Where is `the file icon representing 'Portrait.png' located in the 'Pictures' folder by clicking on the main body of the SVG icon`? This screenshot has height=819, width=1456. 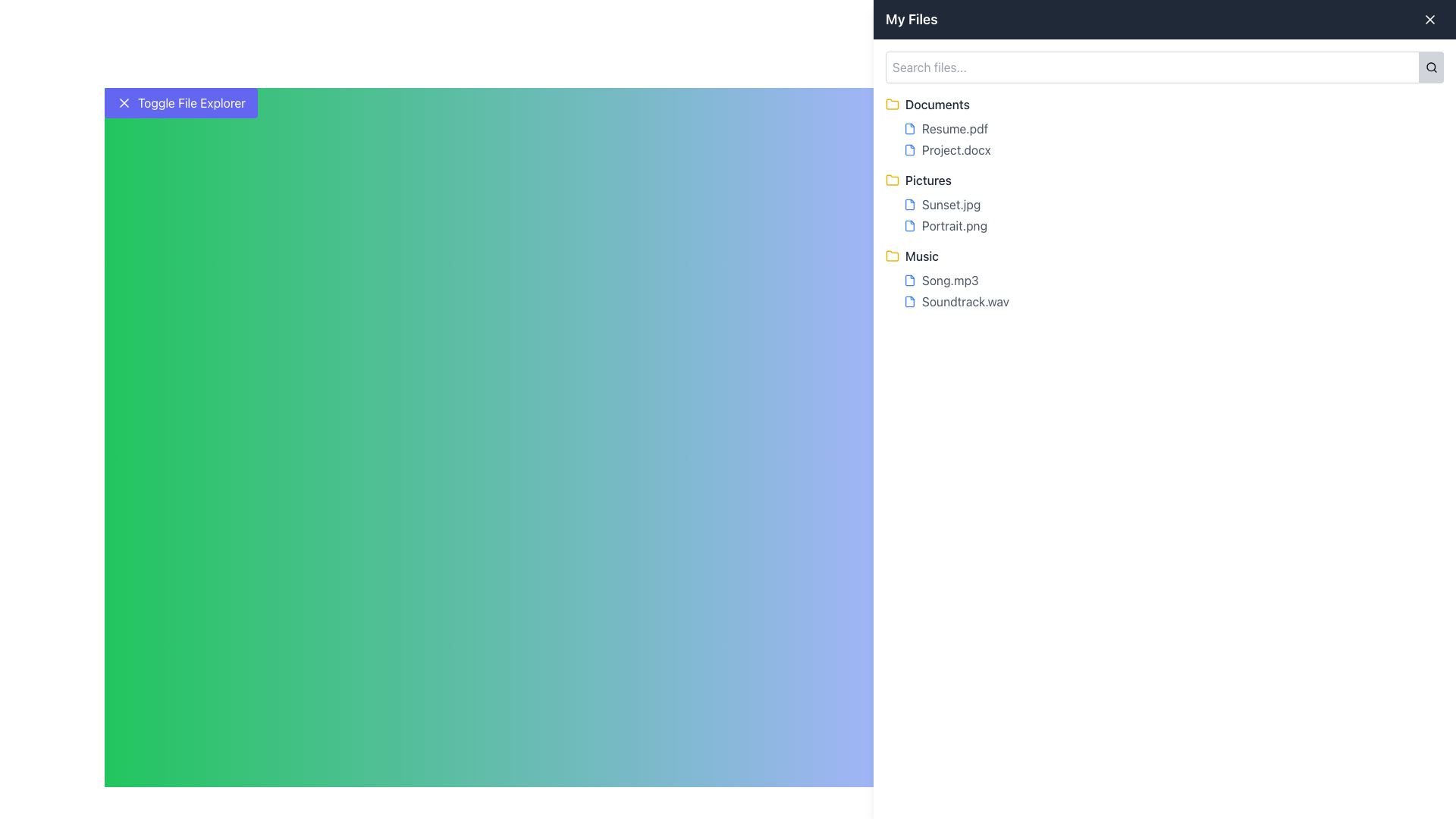
the file icon representing 'Portrait.png' located in the 'Pictures' folder by clicking on the main body of the SVG icon is located at coordinates (910, 225).